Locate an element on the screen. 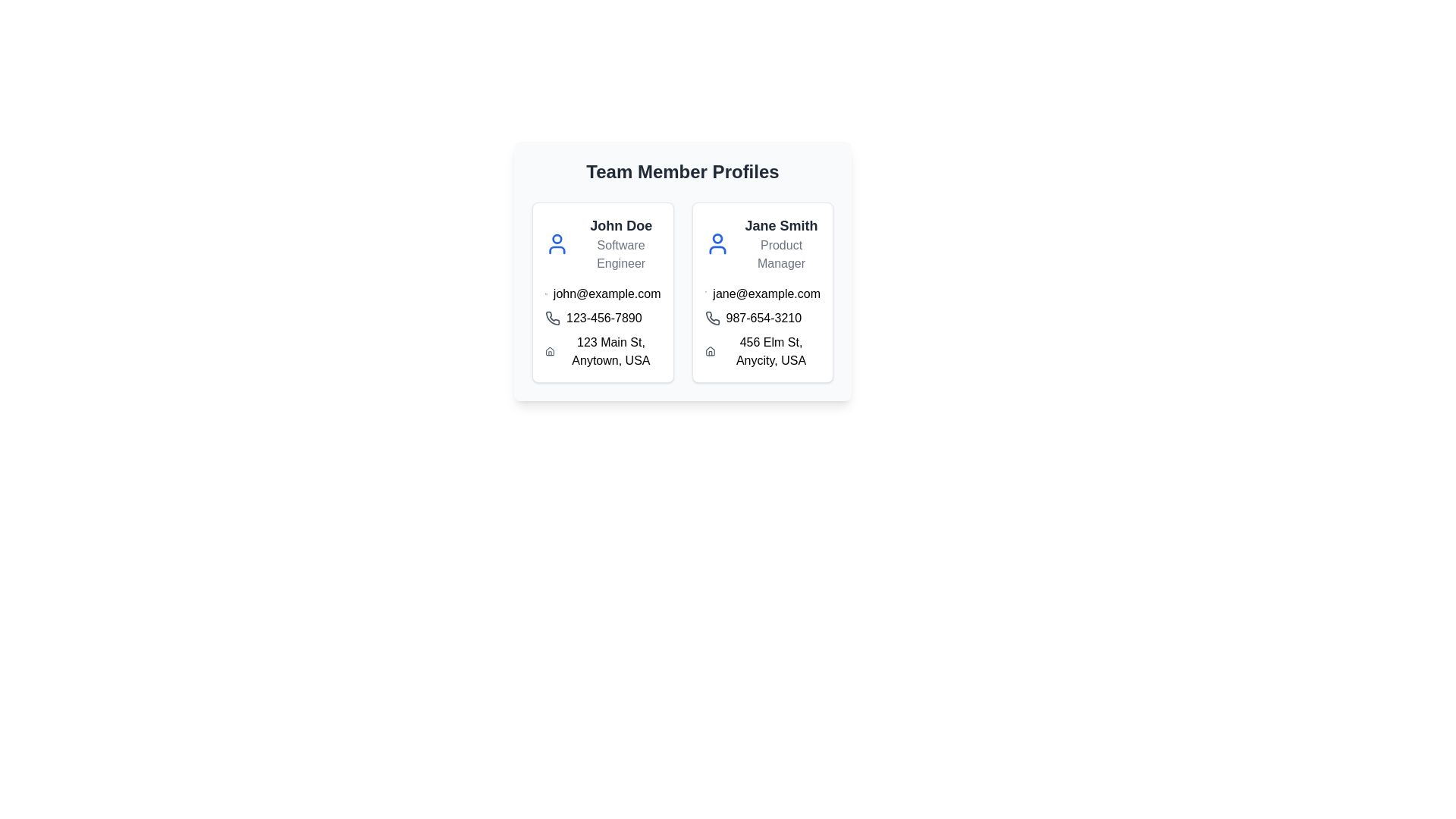 This screenshot has height=819, width=1456. the phone icon located in the right profile card, beneath the name 'Jane Smith' and next to the phone number '987-654-3210' is located at coordinates (711, 318).